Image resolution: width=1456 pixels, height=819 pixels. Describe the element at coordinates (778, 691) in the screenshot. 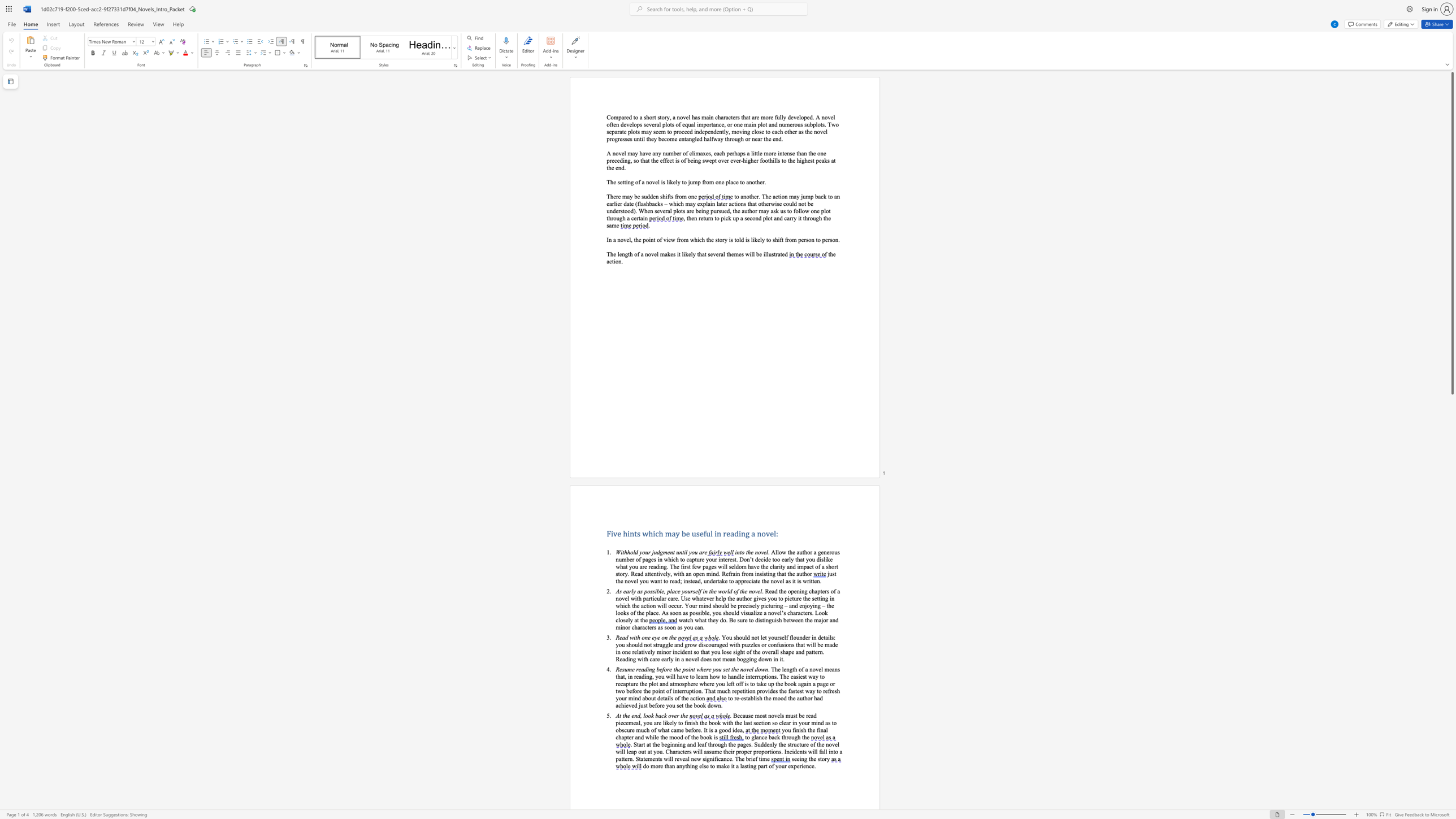

I see `the subset text "the fastest way to refresh your mind about det" within the text "the fastest way to refresh your mind about details of the action"` at that location.